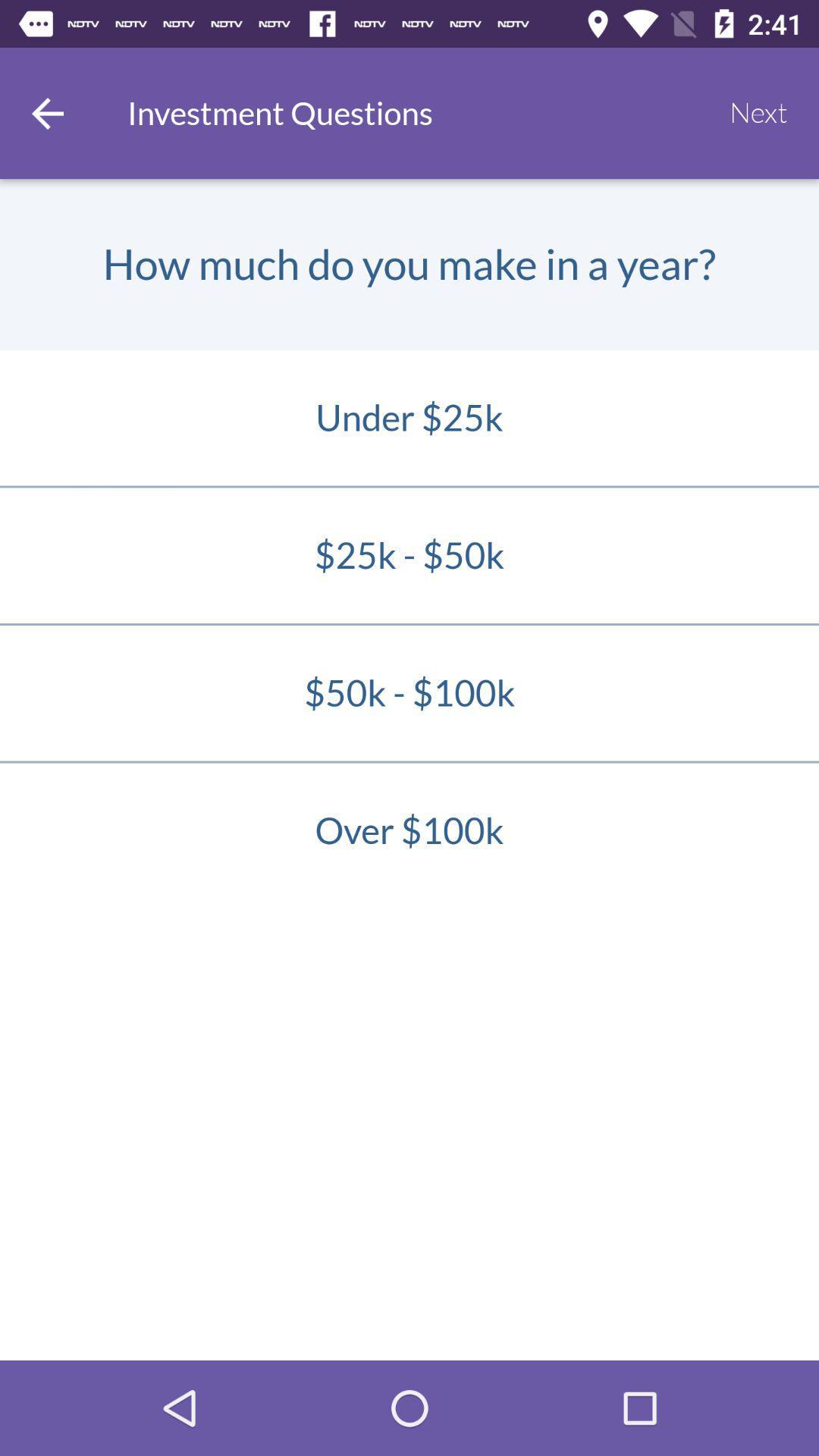 The width and height of the screenshot is (819, 1456). Describe the element at coordinates (46, 112) in the screenshot. I see `icon to the left of investment questions item` at that location.